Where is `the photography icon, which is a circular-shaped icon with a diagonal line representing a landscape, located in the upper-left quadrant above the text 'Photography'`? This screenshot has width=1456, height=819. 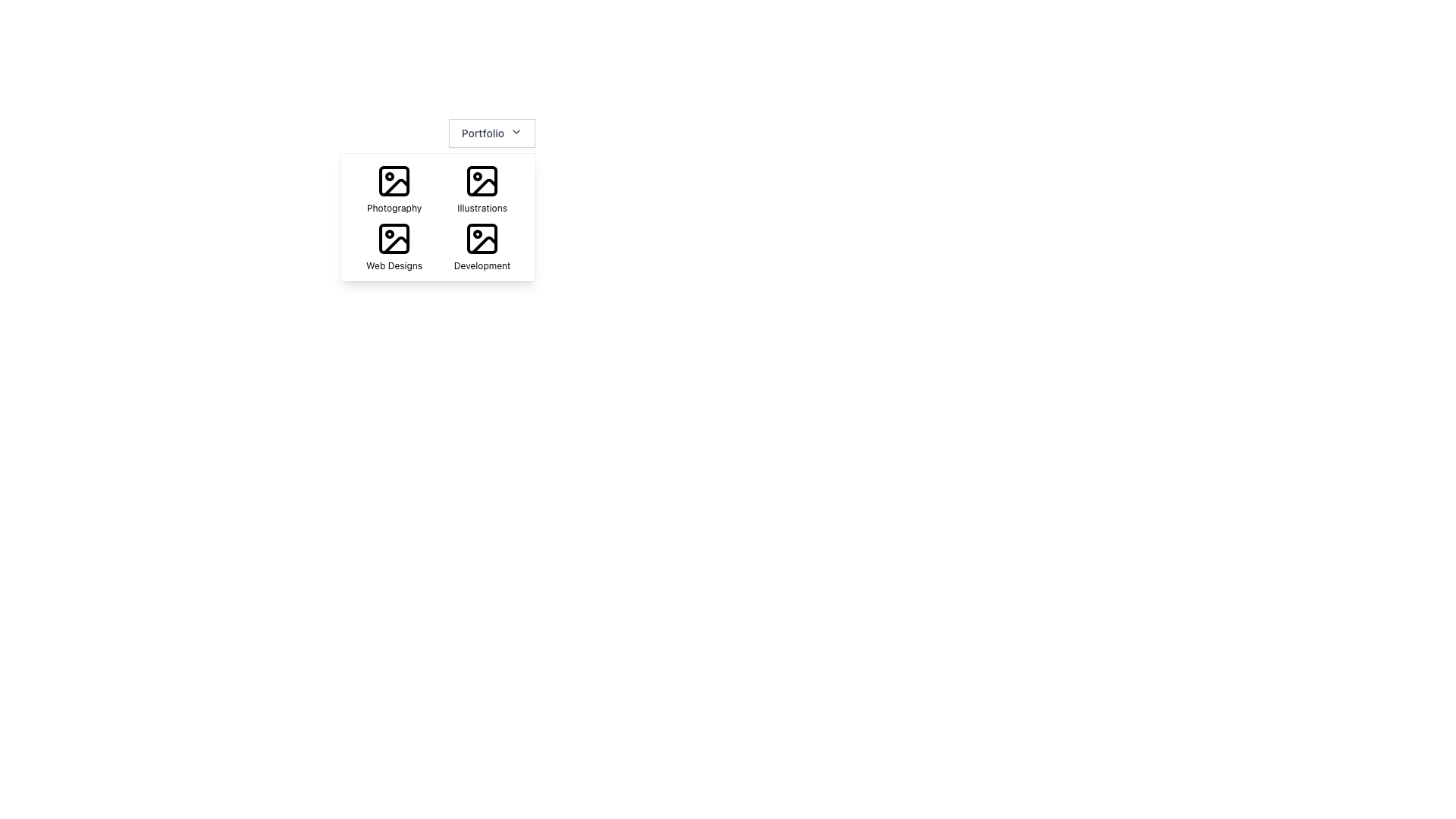
the photography icon, which is a circular-shaped icon with a diagonal line representing a landscape, located in the upper-left quadrant above the text 'Photography' is located at coordinates (394, 180).